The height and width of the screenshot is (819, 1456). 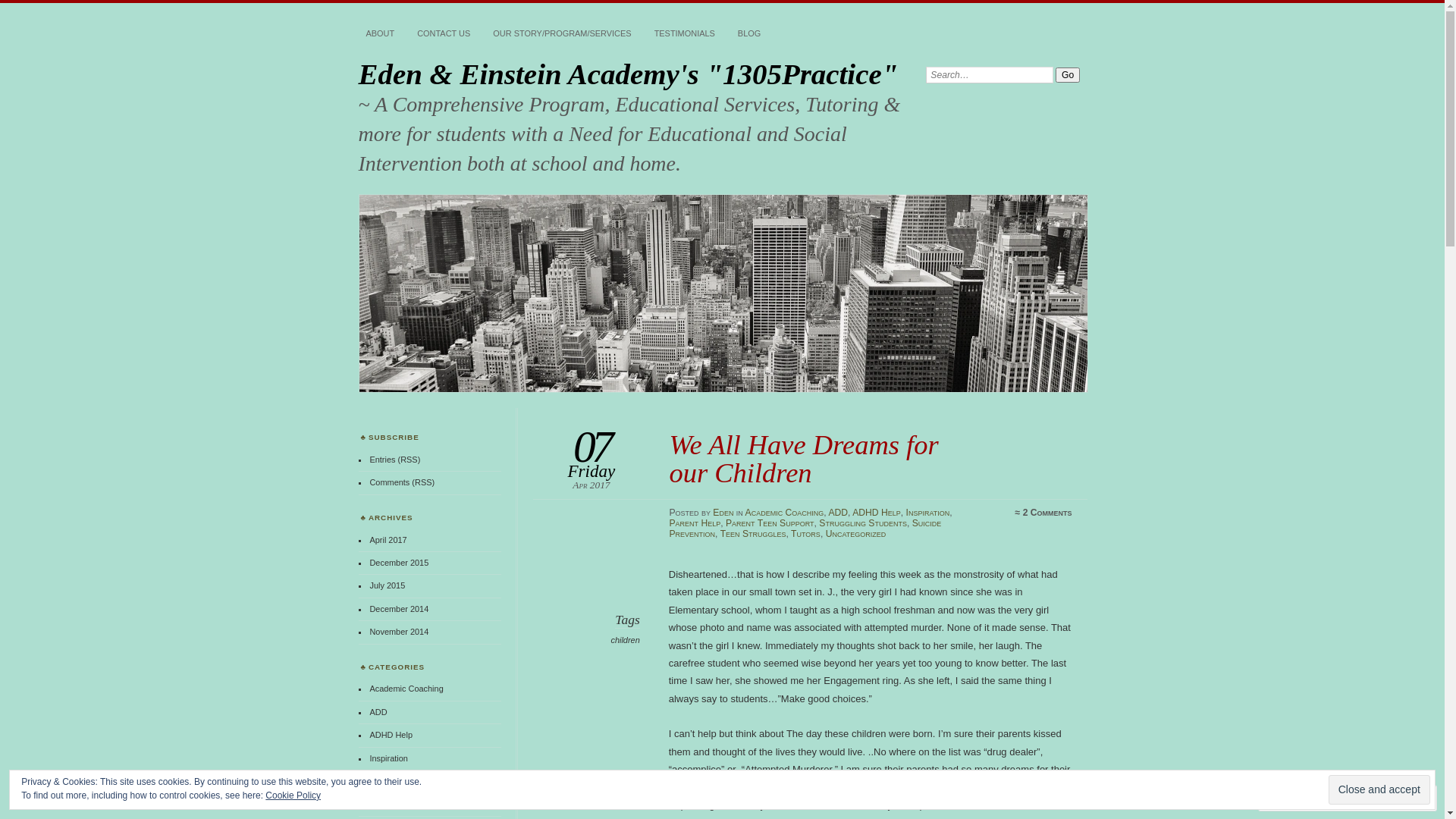 I want to click on 'Go', so click(x=1066, y=75).